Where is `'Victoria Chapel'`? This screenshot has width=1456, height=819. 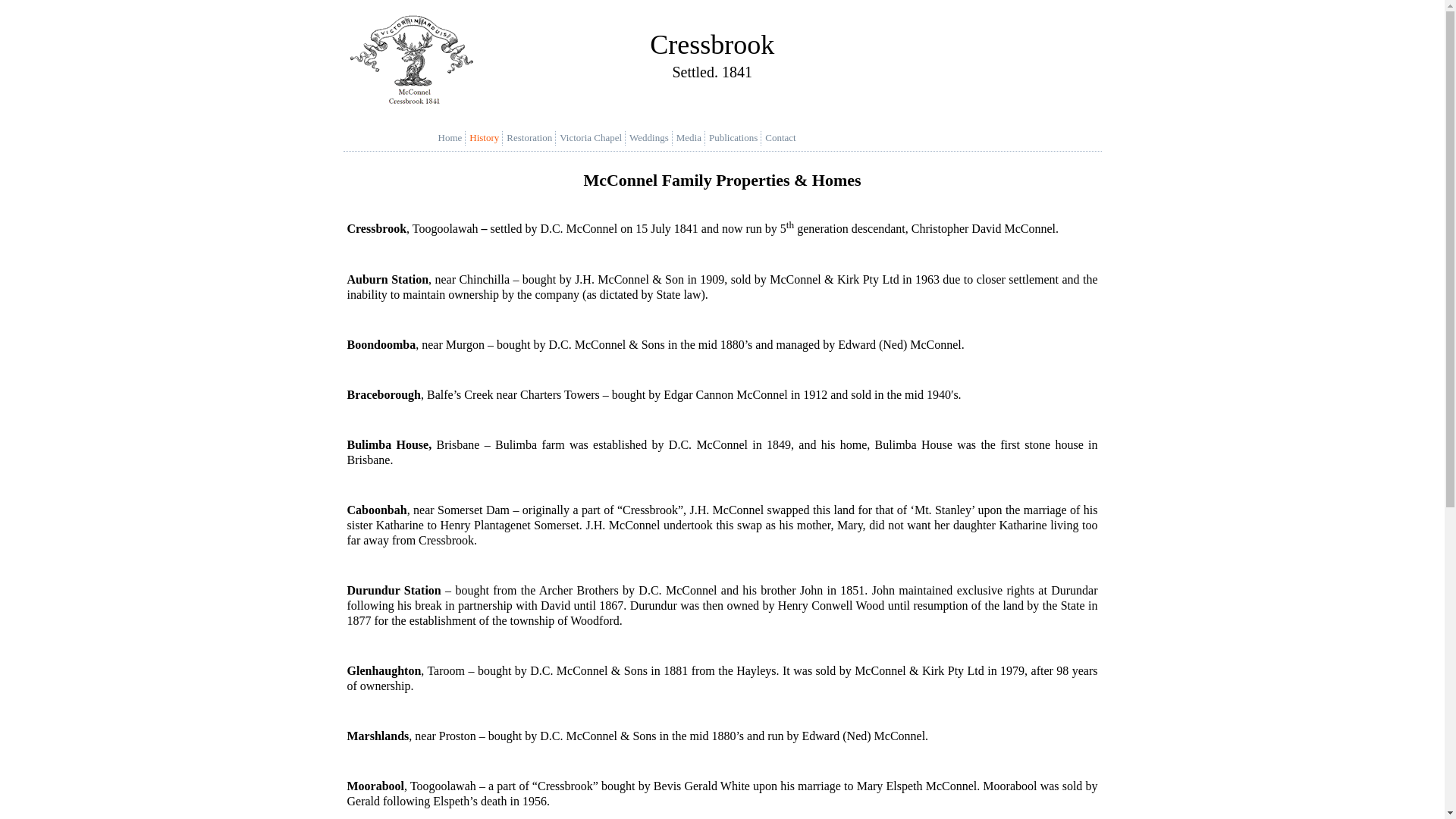 'Victoria Chapel' is located at coordinates (593, 137).